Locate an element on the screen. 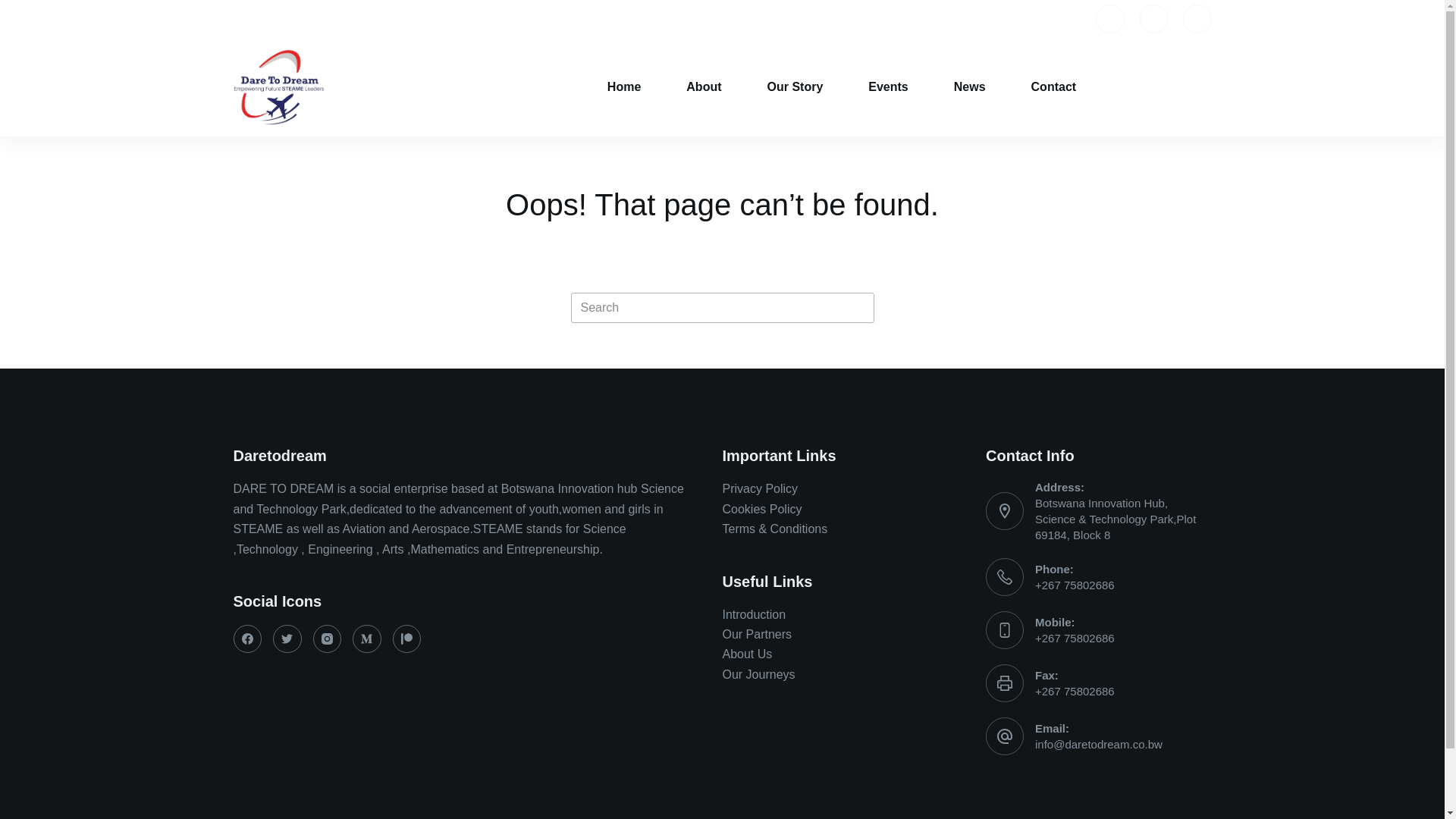 The width and height of the screenshot is (1456, 819). 'Terms & Conditions' is located at coordinates (774, 528).